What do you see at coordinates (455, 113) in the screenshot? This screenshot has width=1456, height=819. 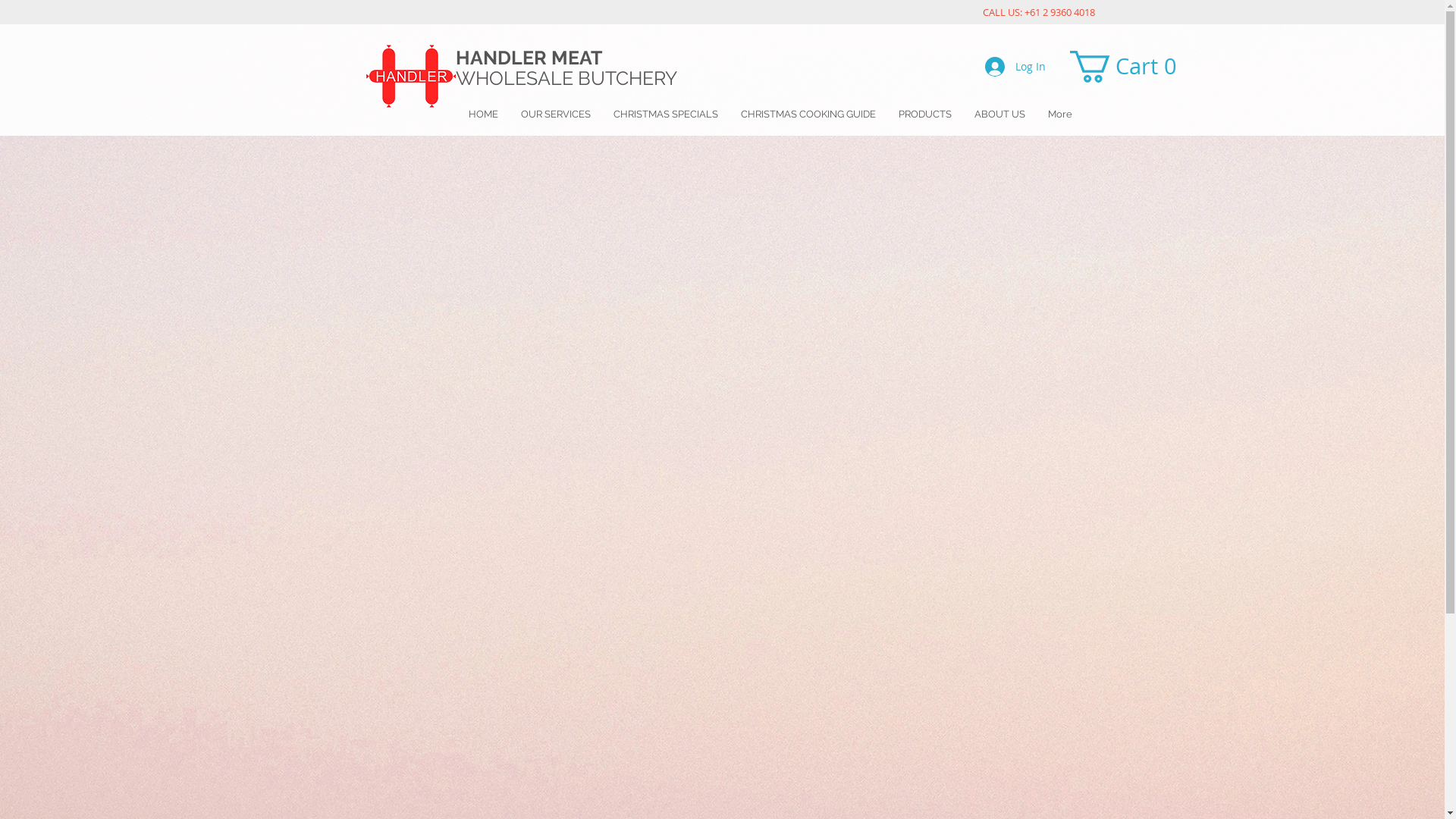 I see `'HOME'` at bounding box center [455, 113].